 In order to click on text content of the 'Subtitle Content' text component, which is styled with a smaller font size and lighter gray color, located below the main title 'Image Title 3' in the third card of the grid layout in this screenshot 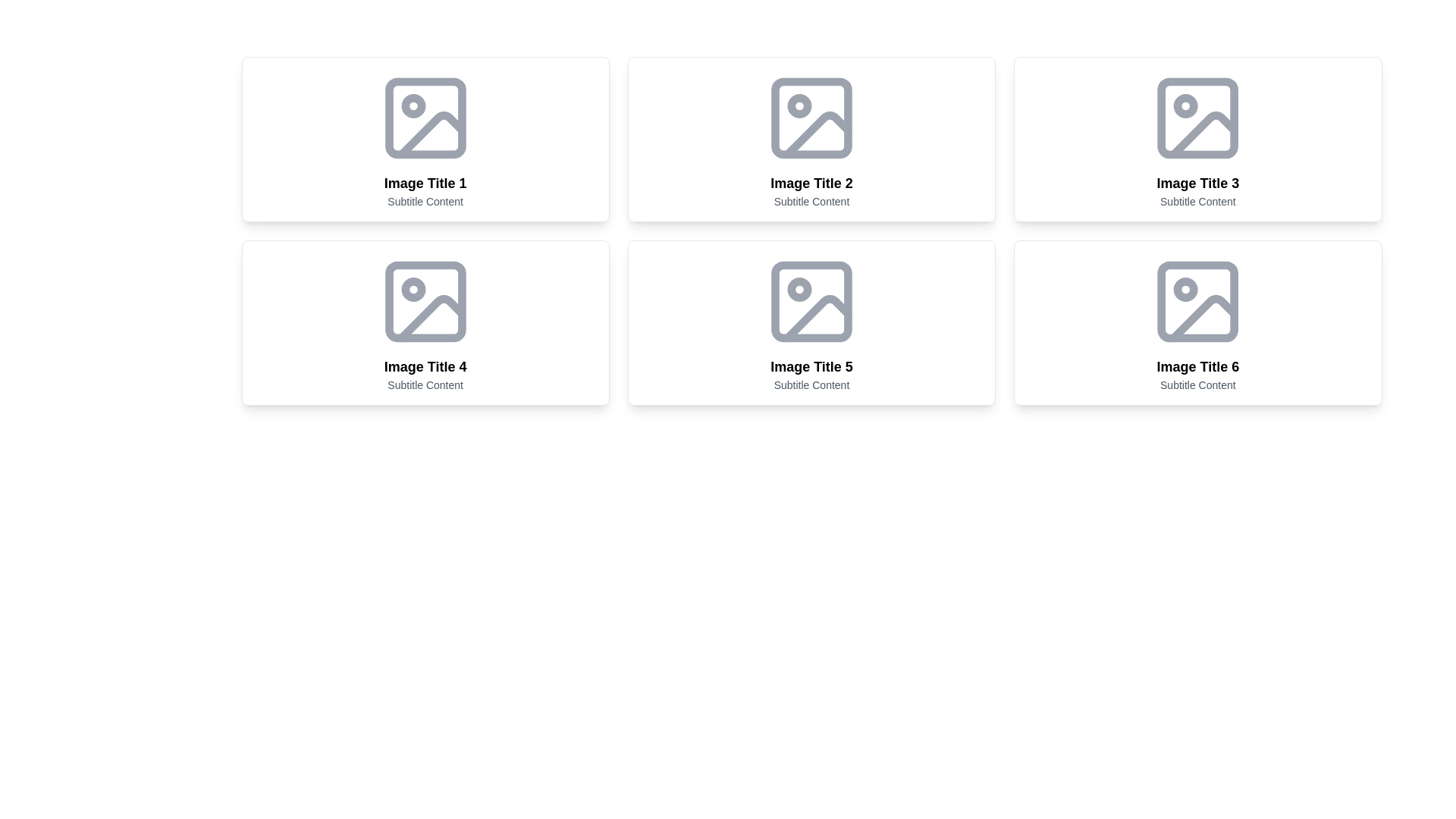, I will do `click(1197, 201)`.